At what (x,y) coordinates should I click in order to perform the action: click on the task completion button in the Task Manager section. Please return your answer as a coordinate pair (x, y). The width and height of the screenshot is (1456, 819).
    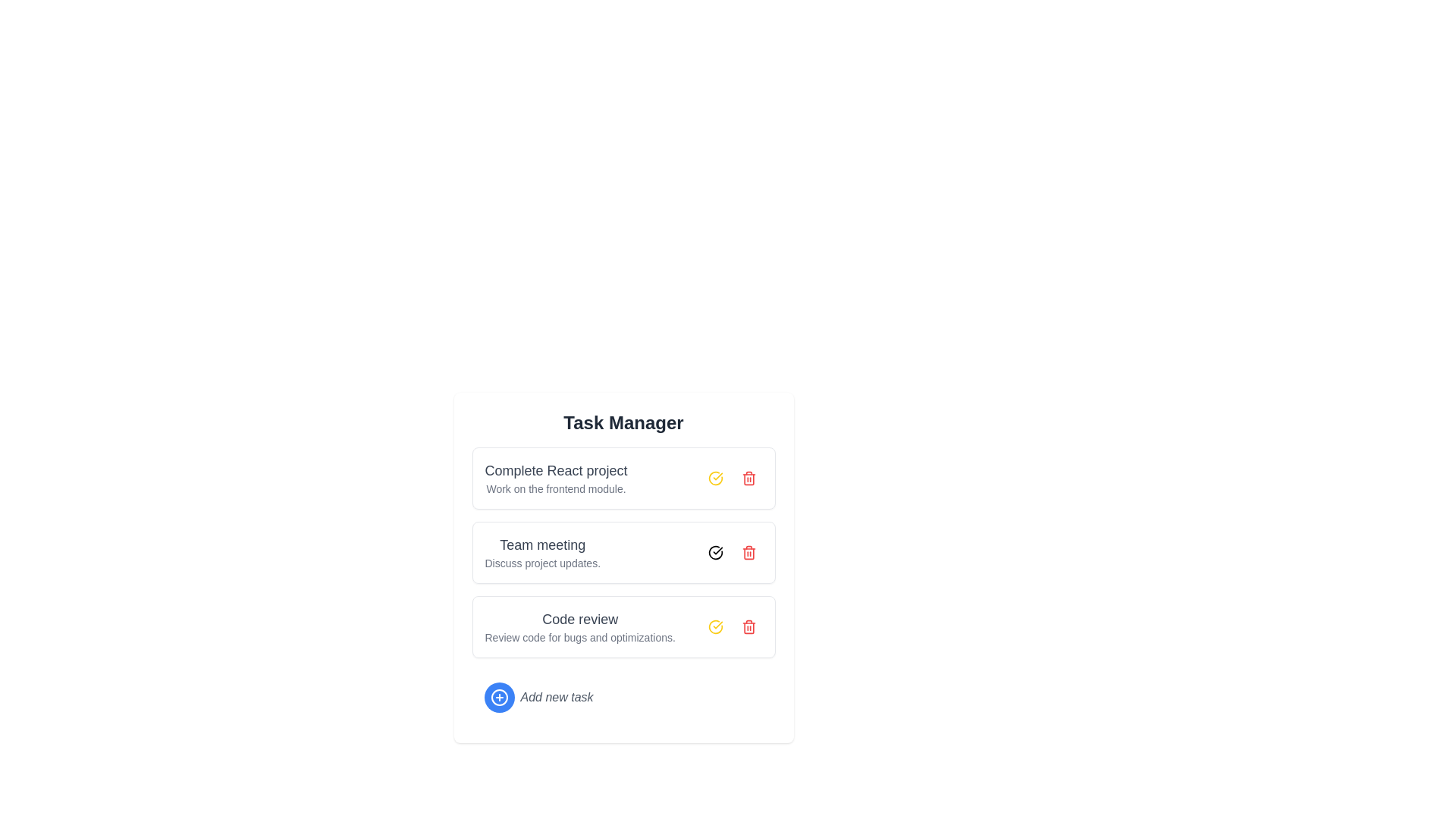
    Looking at the image, I should click on (714, 479).